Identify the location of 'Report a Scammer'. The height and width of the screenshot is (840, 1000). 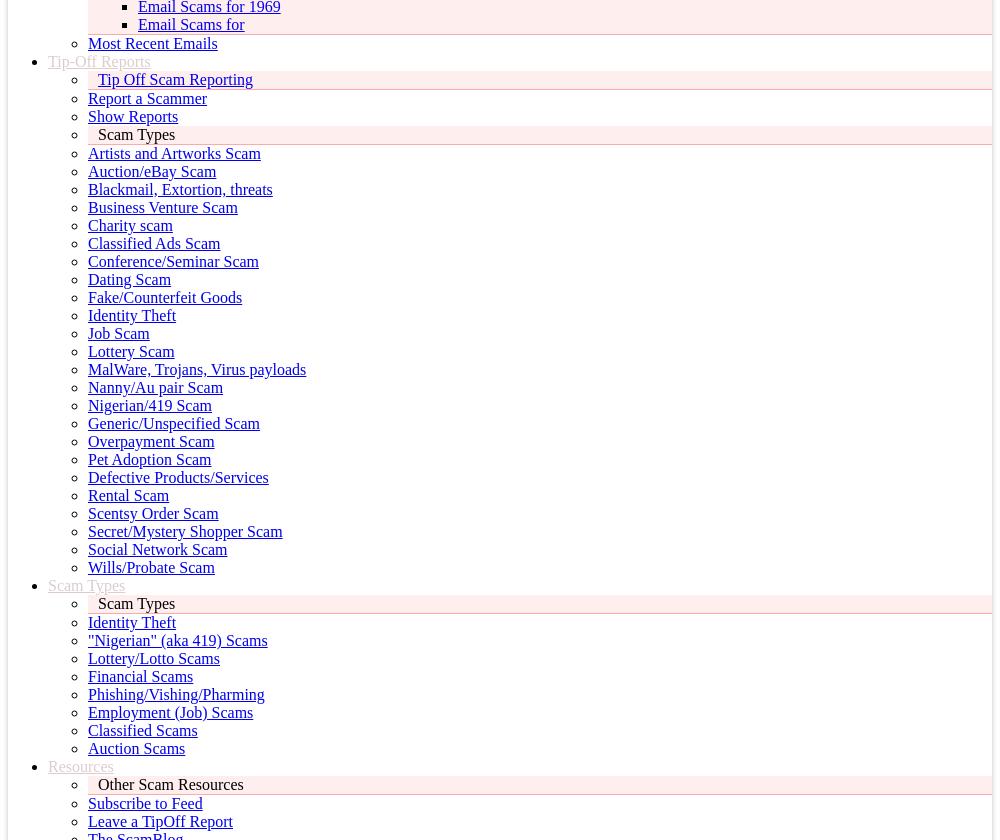
(147, 98).